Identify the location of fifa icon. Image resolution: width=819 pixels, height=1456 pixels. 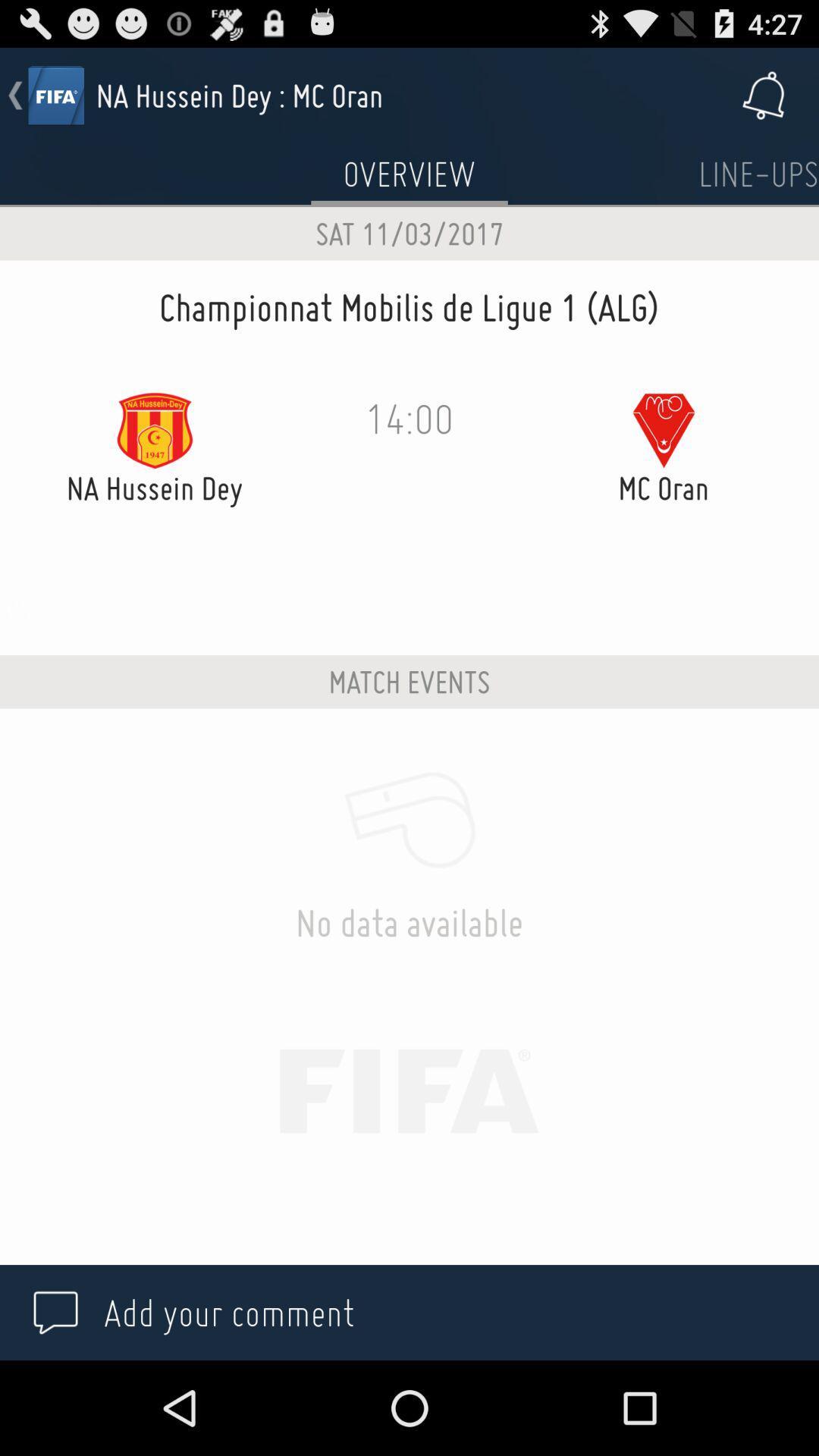
(55, 94).